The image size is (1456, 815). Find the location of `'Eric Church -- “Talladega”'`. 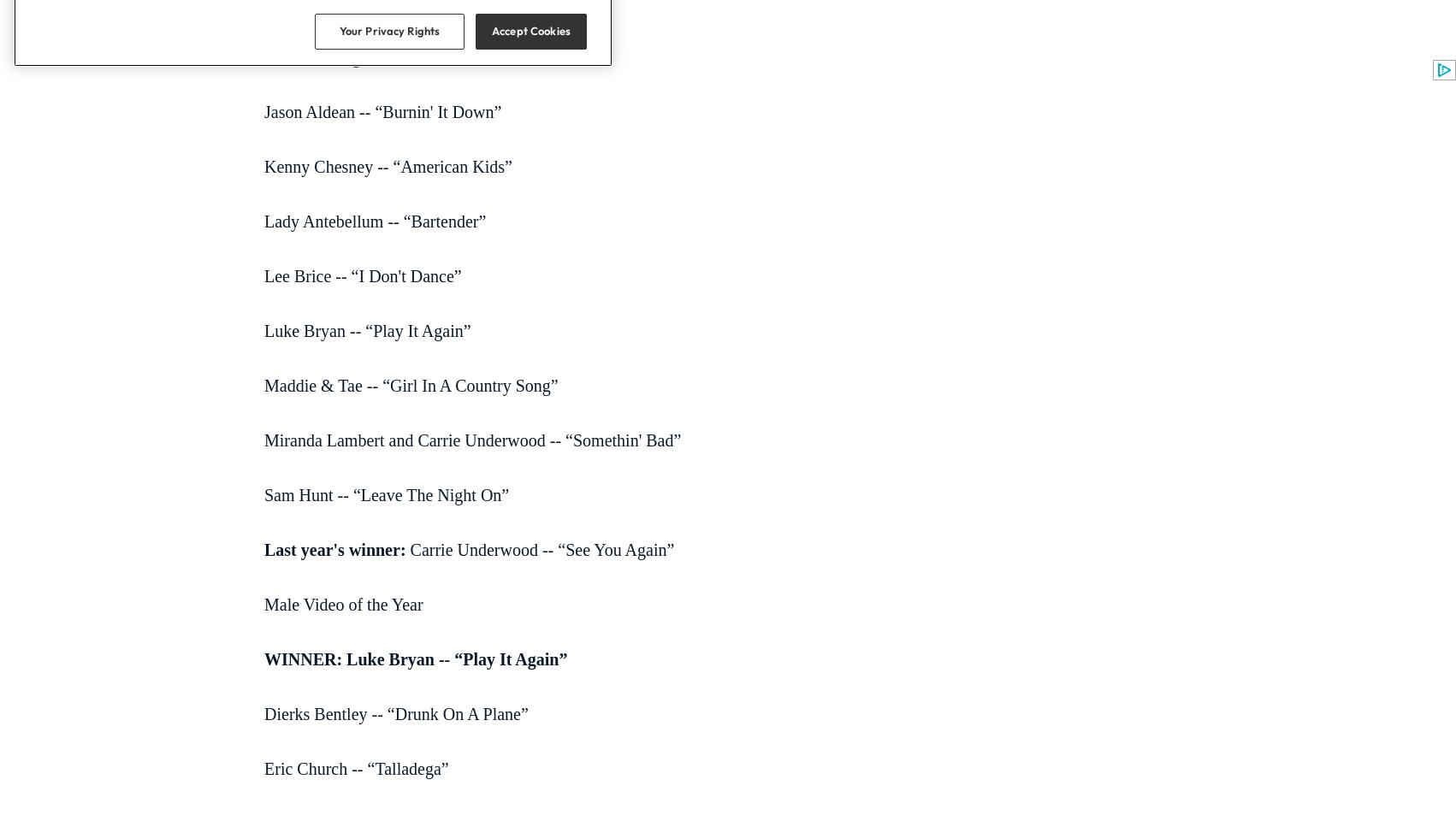

'Eric Church -- “Talladega”' is located at coordinates (356, 768).